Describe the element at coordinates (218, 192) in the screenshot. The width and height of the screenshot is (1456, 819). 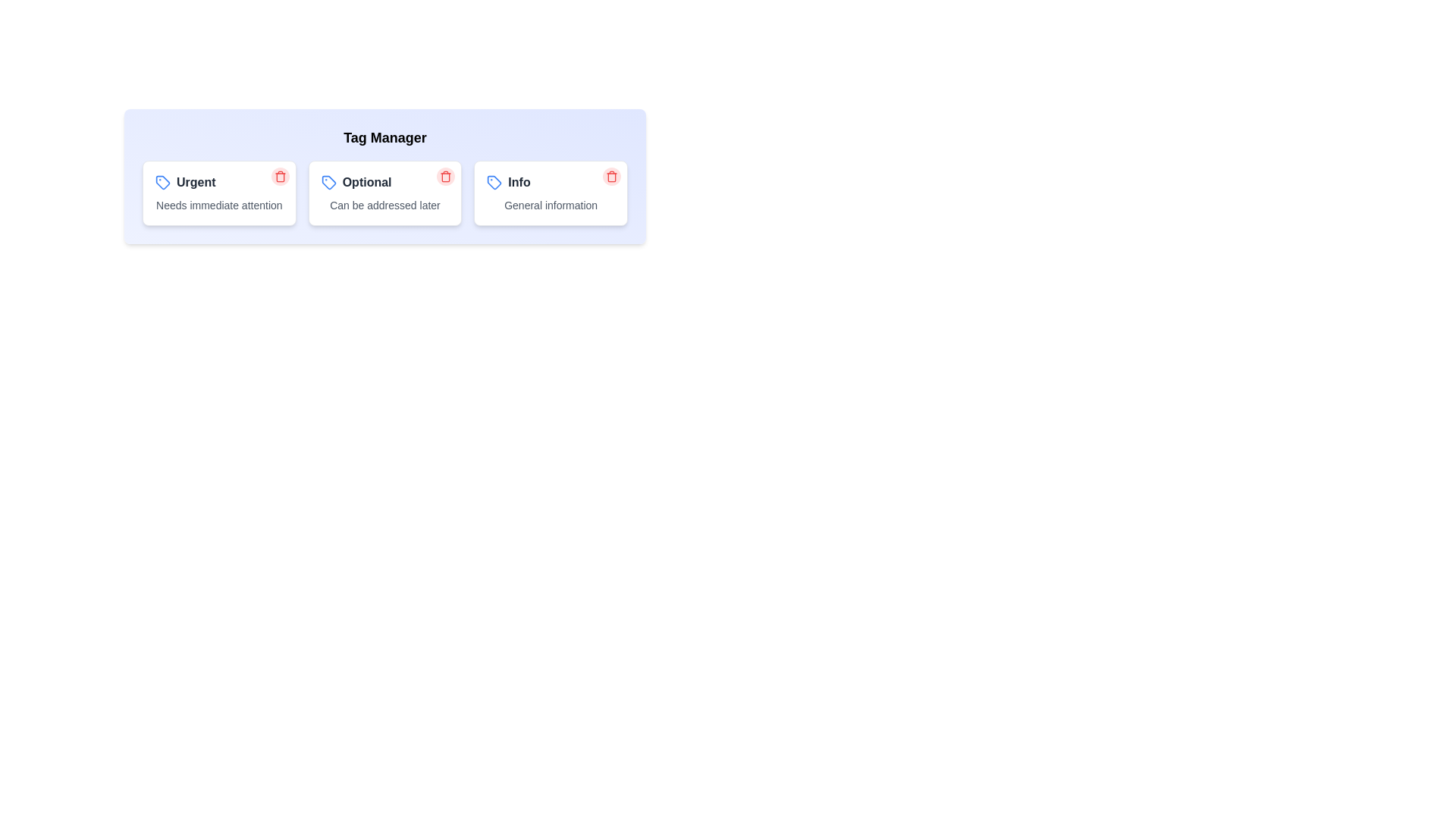
I see `the tag Urgent by clicking on its container` at that location.